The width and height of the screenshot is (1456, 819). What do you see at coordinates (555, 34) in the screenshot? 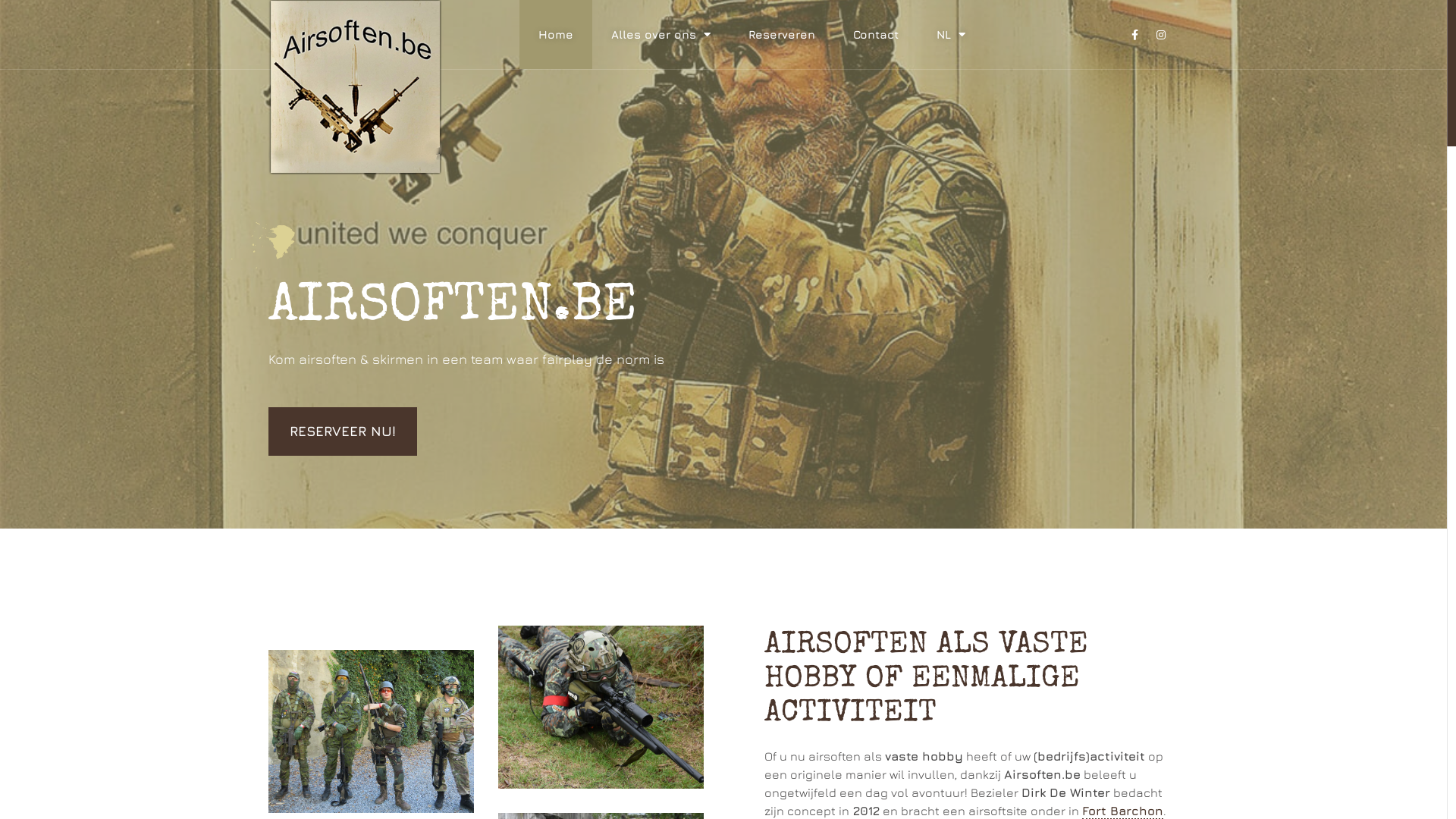
I see `'Home'` at bounding box center [555, 34].